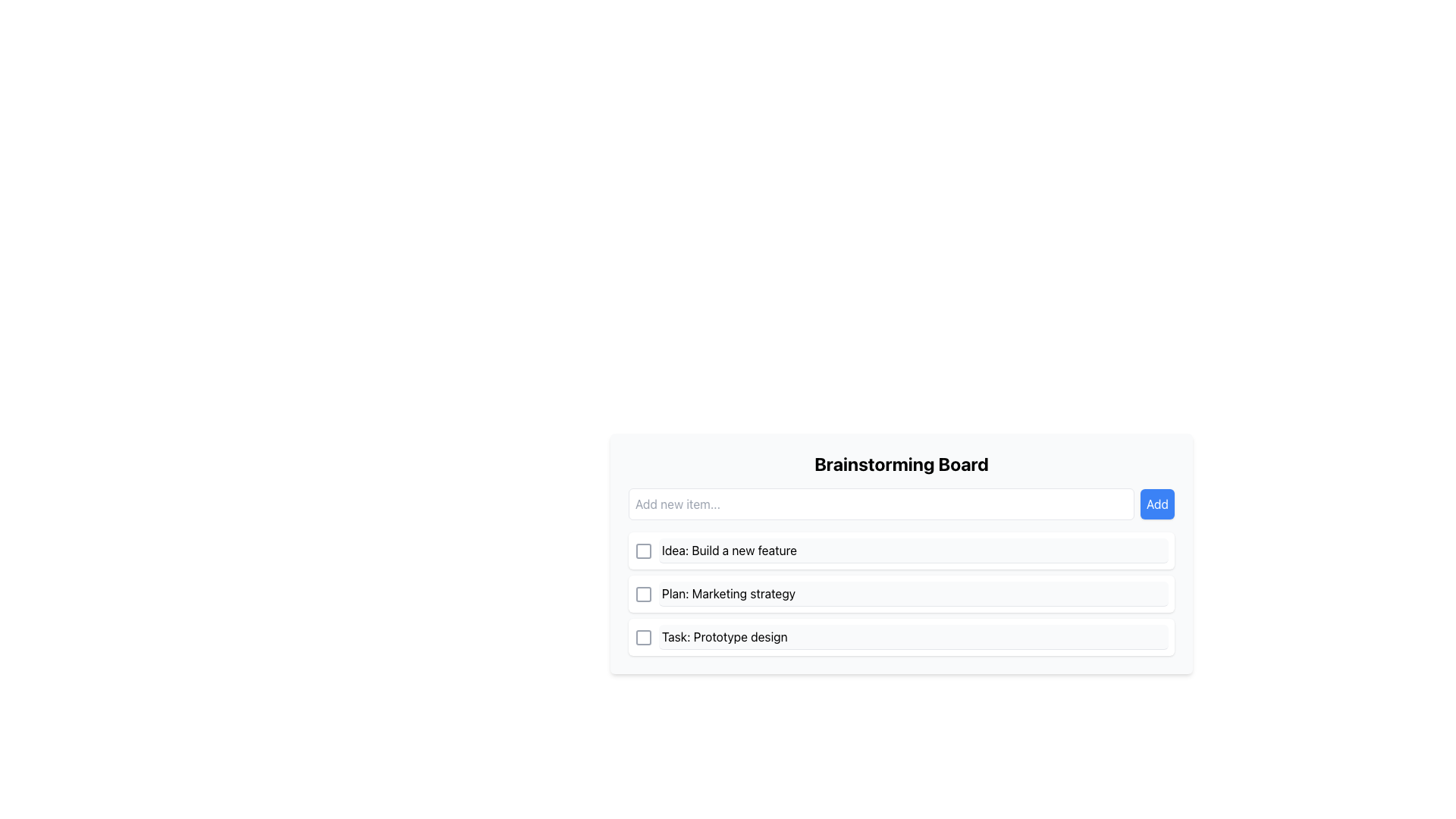  Describe the element at coordinates (644, 637) in the screenshot. I see `the small gray square icon with rounded corners, located adjacent to the 'Task: Prototype design' item in the brainstorming board` at that location.